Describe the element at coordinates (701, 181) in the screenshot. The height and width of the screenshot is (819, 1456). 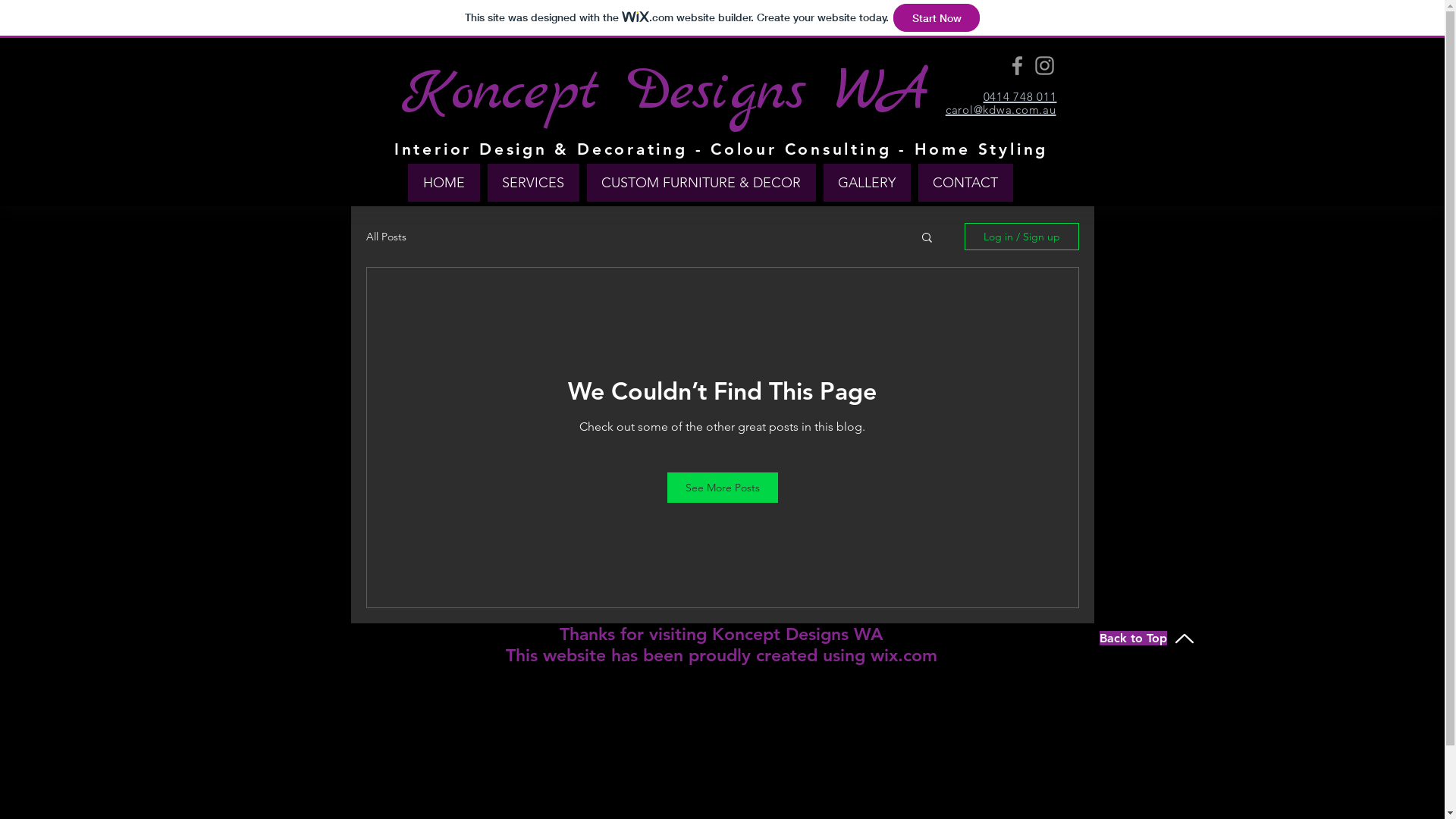
I see `'CUSTOM FURNITURE & DECOR'` at that location.